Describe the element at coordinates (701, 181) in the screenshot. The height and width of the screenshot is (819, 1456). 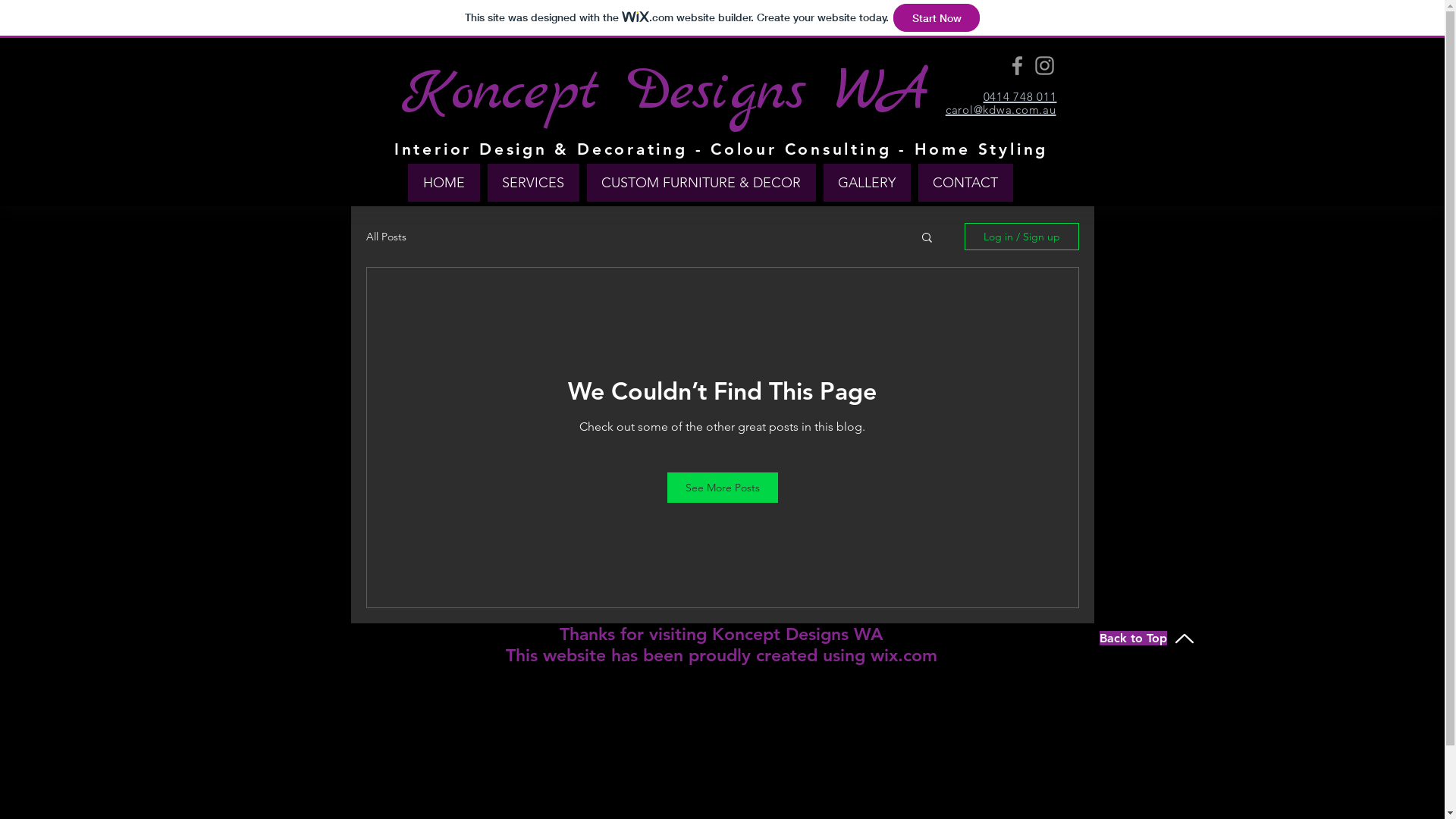
I see `'CUSTOM FURNITURE & DECOR'` at that location.